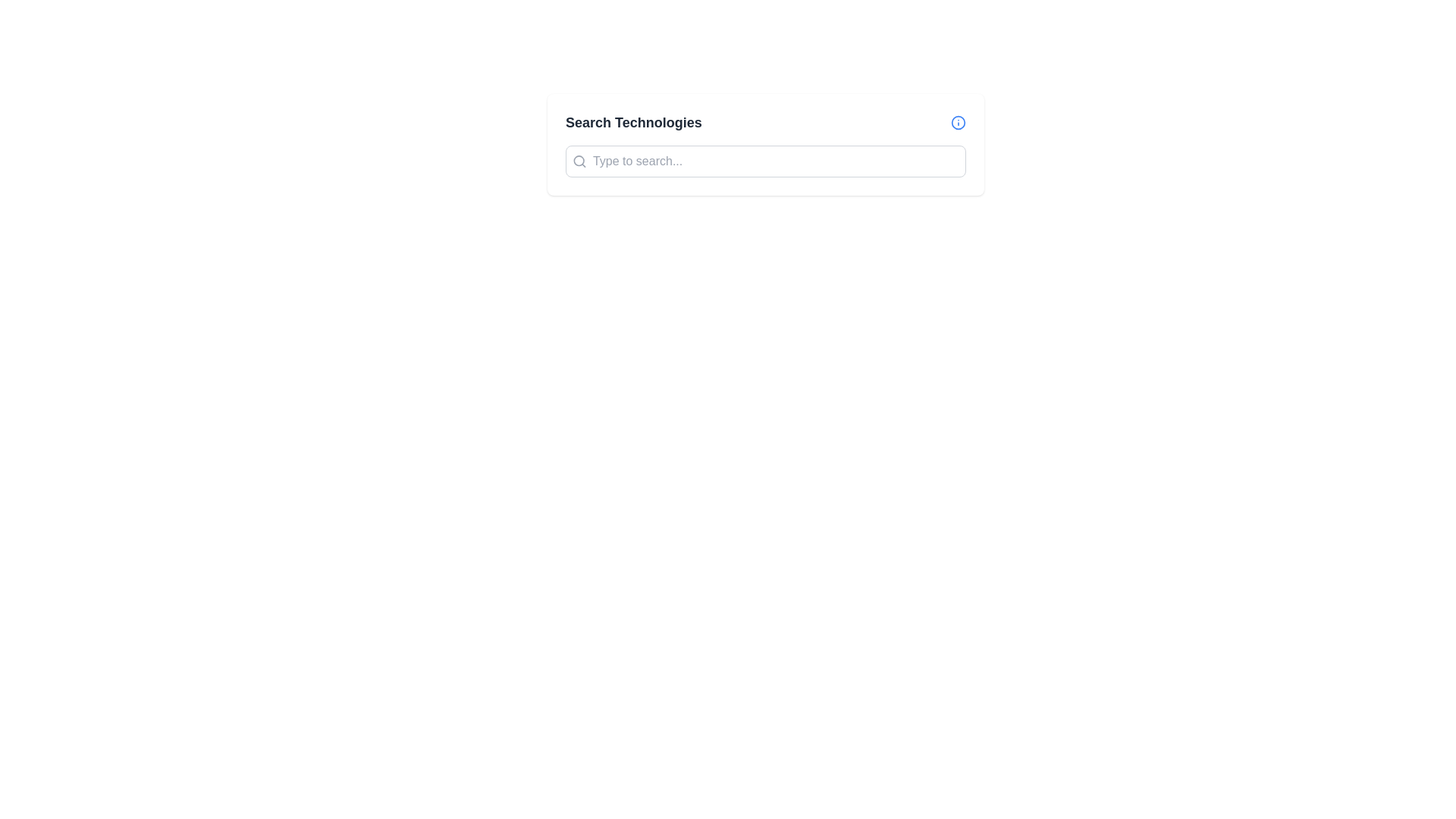  I want to click on the decorative SVG circle element representing the lens part of the search icon, which is positioned to the left of the search input field, so click(578, 161).